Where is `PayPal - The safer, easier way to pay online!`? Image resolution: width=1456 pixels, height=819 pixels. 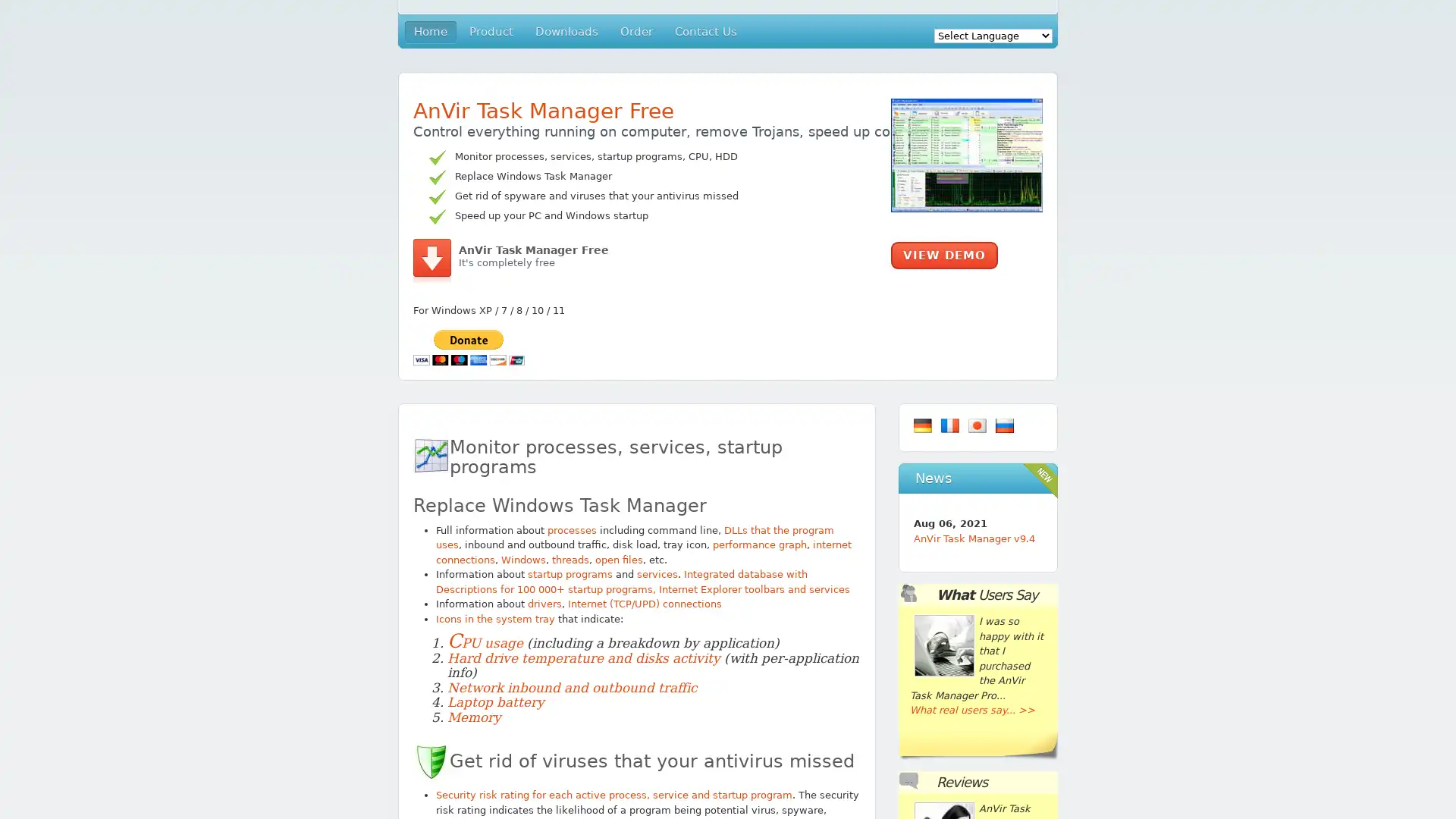 PayPal - The safer, easier way to pay online! is located at coordinates (468, 347).